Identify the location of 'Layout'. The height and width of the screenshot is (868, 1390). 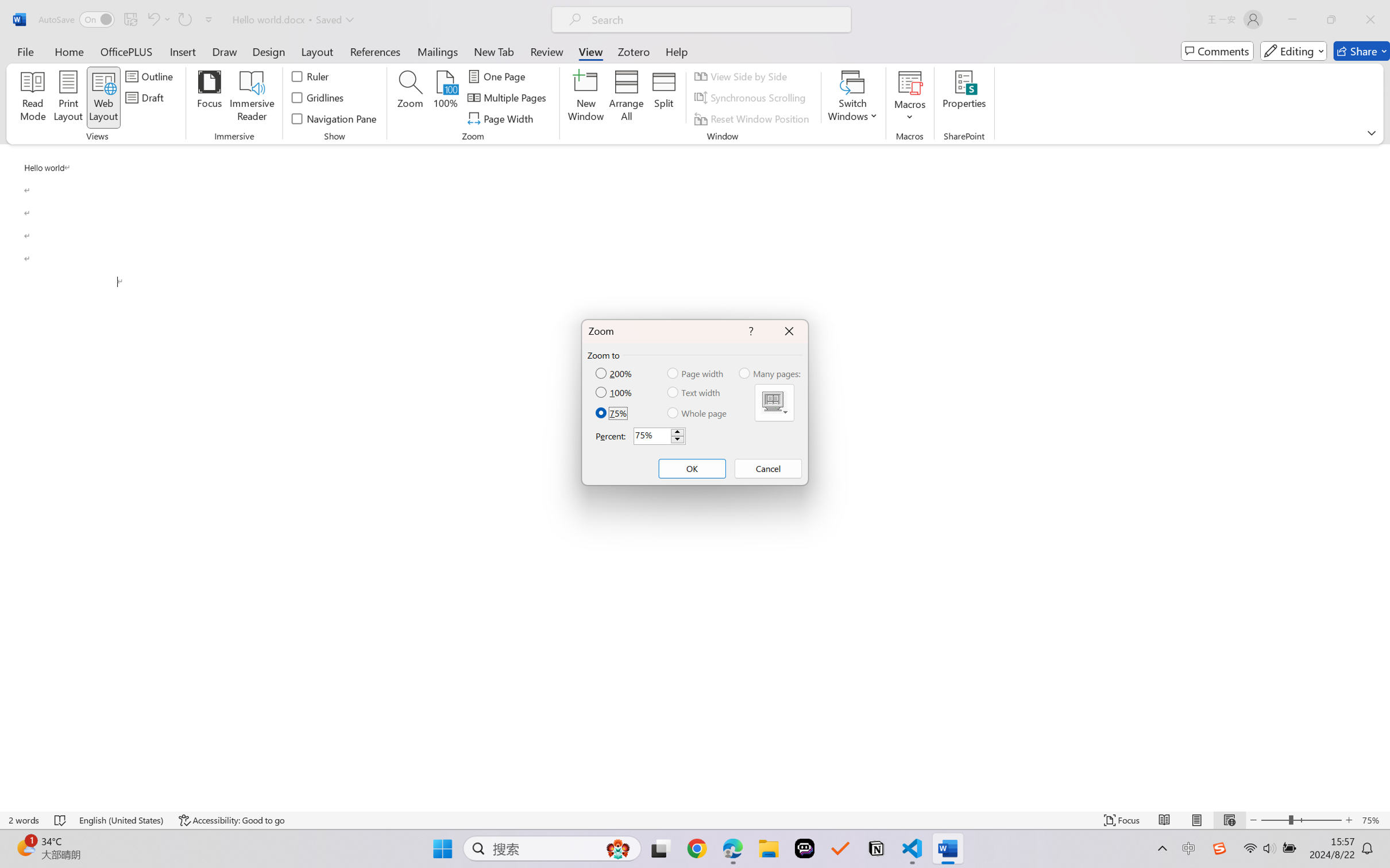
(316, 51).